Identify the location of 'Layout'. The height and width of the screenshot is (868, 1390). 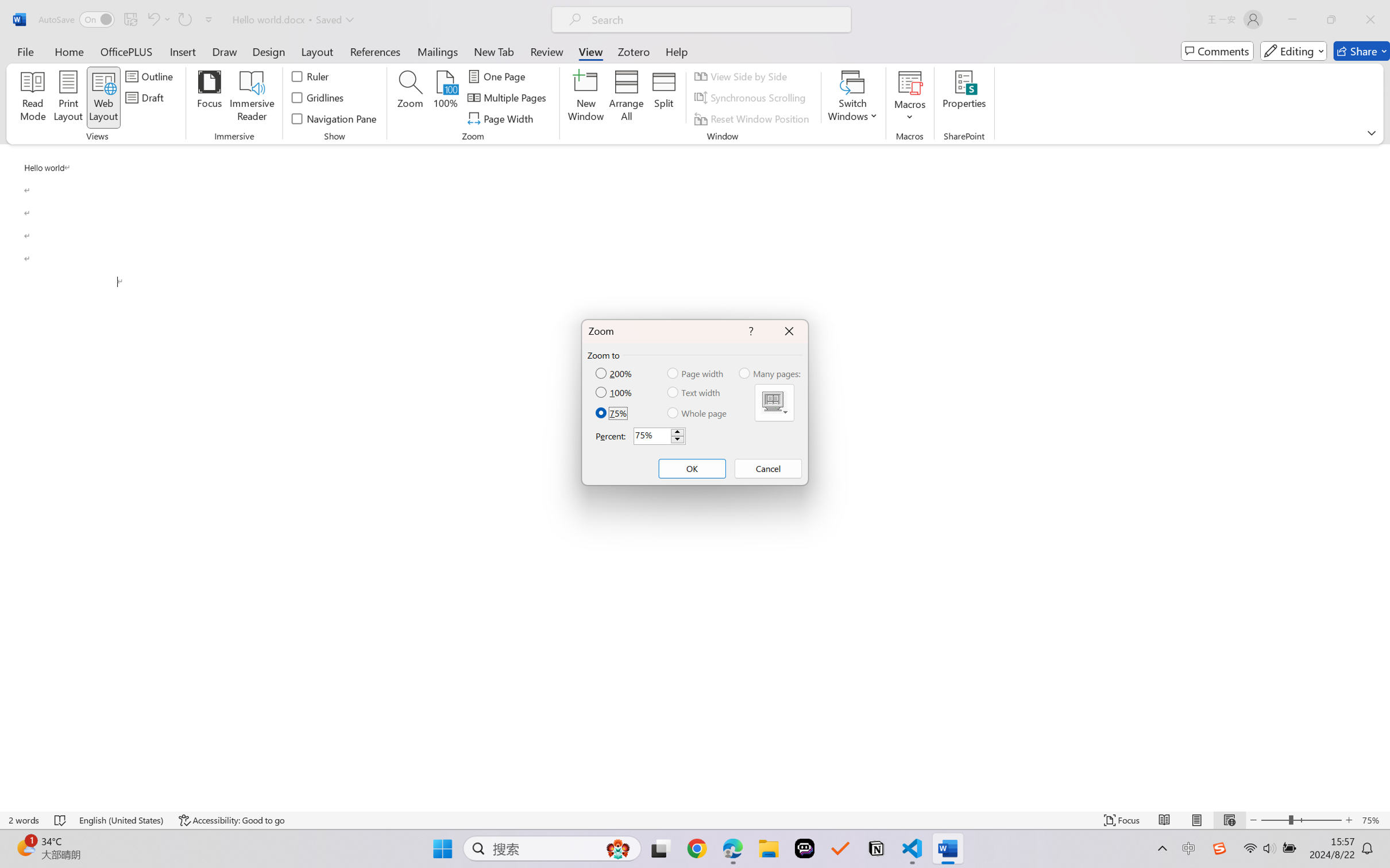
(316, 51).